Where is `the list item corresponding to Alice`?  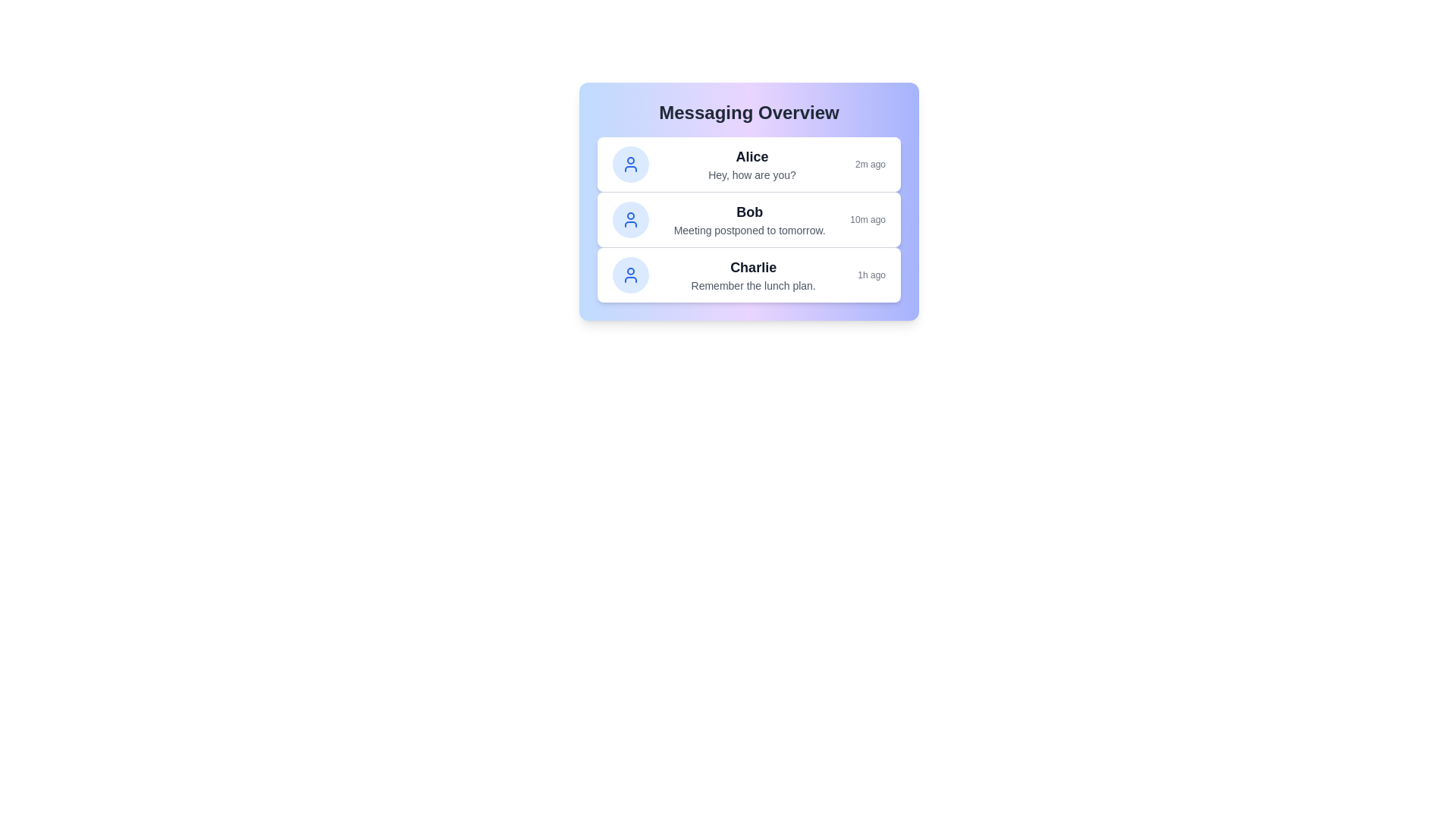 the list item corresponding to Alice is located at coordinates (749, 164).